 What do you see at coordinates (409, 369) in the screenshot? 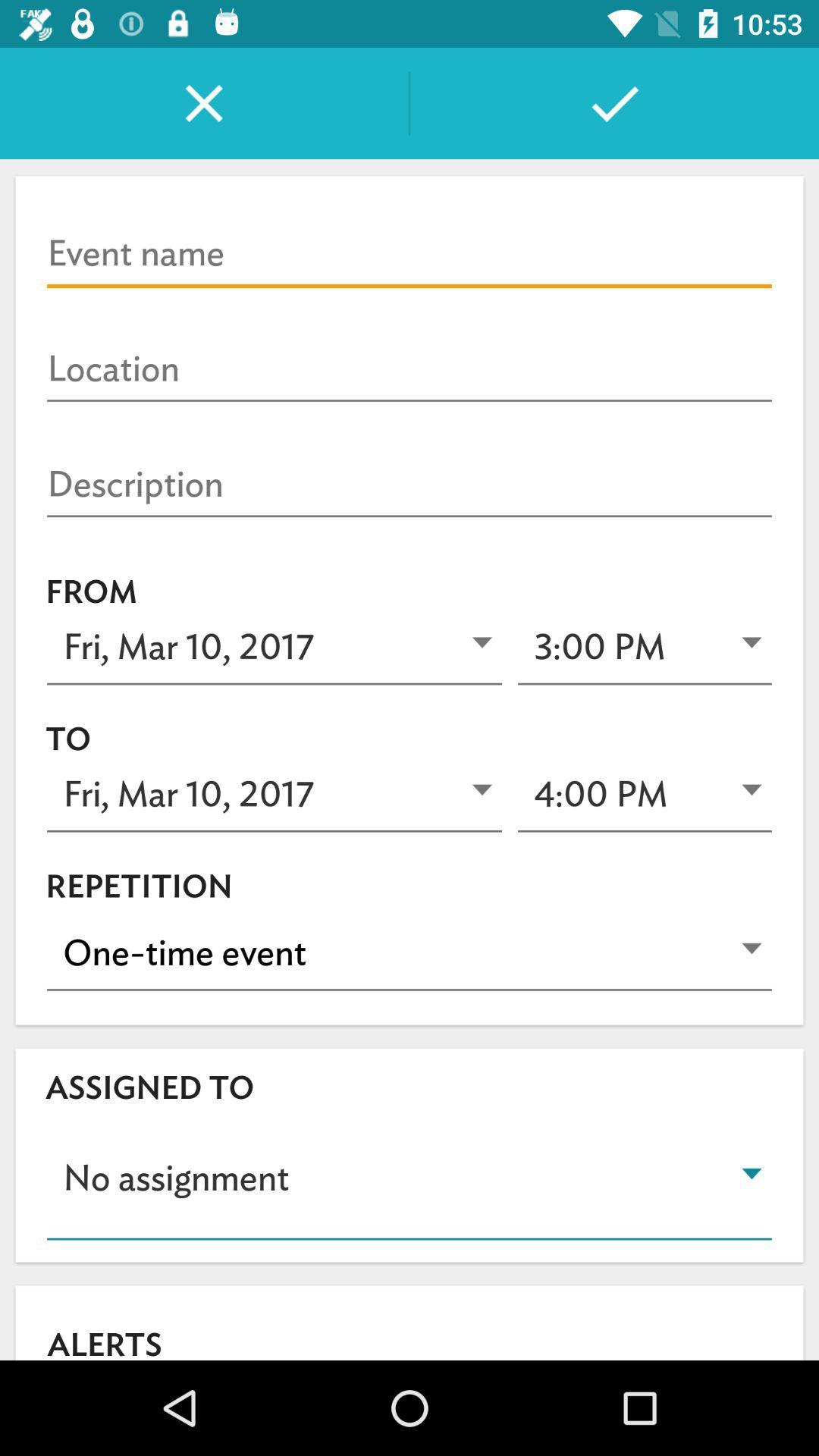
I see `event location` at bounding box center [409, 369].